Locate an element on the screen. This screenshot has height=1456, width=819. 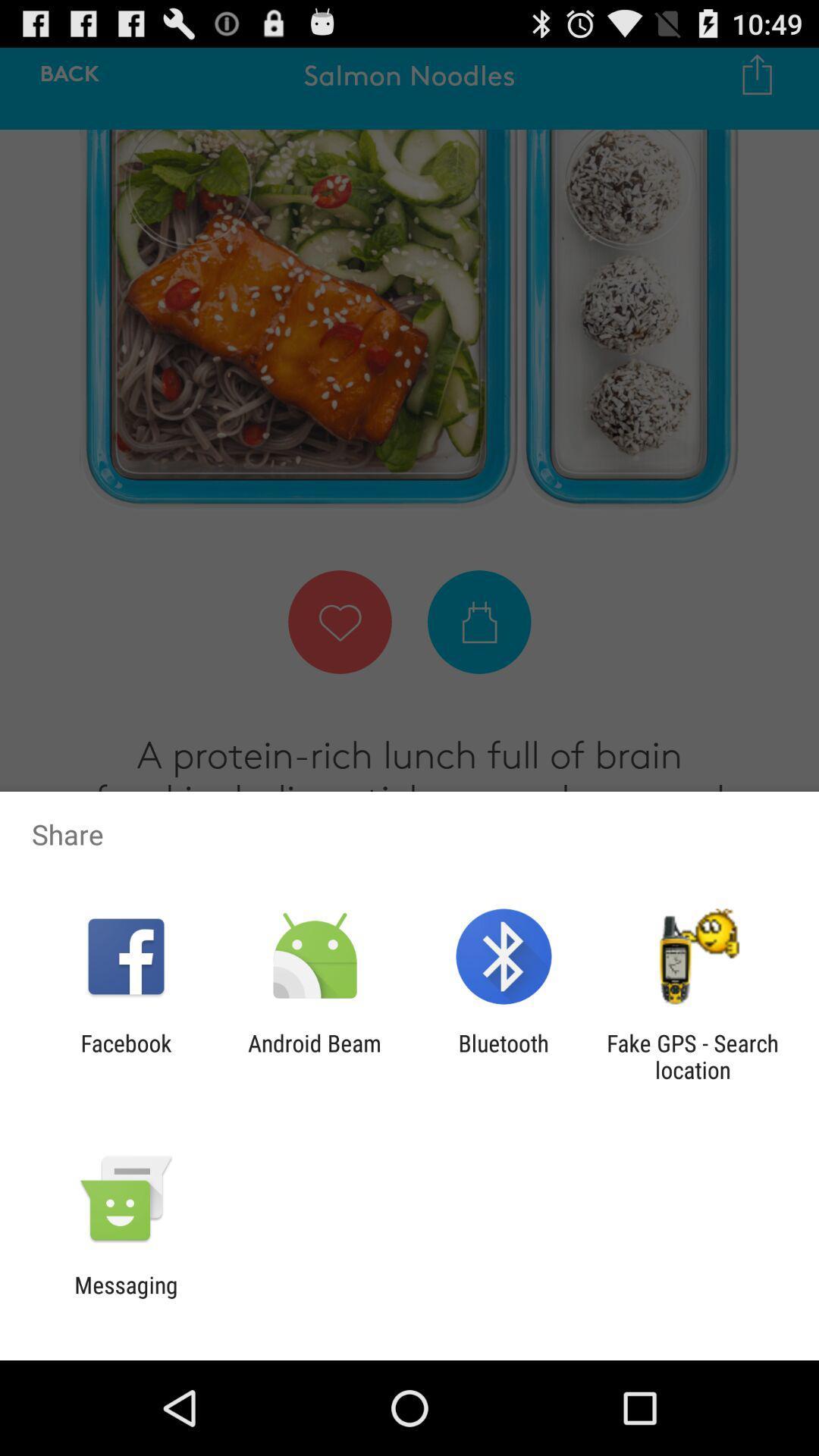
the messaging icon is located at coordinates (125, 1298).